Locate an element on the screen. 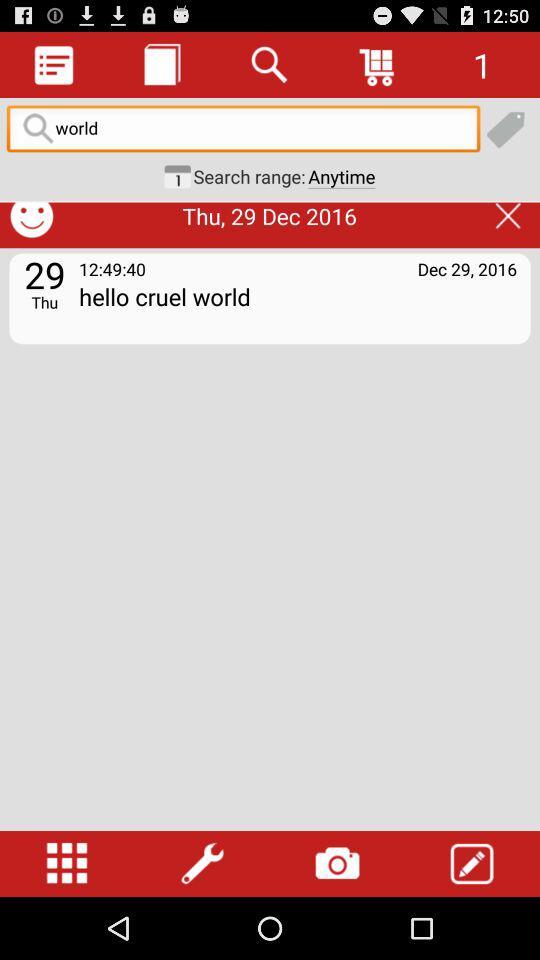  anytime is located at coordinates (340, 175).